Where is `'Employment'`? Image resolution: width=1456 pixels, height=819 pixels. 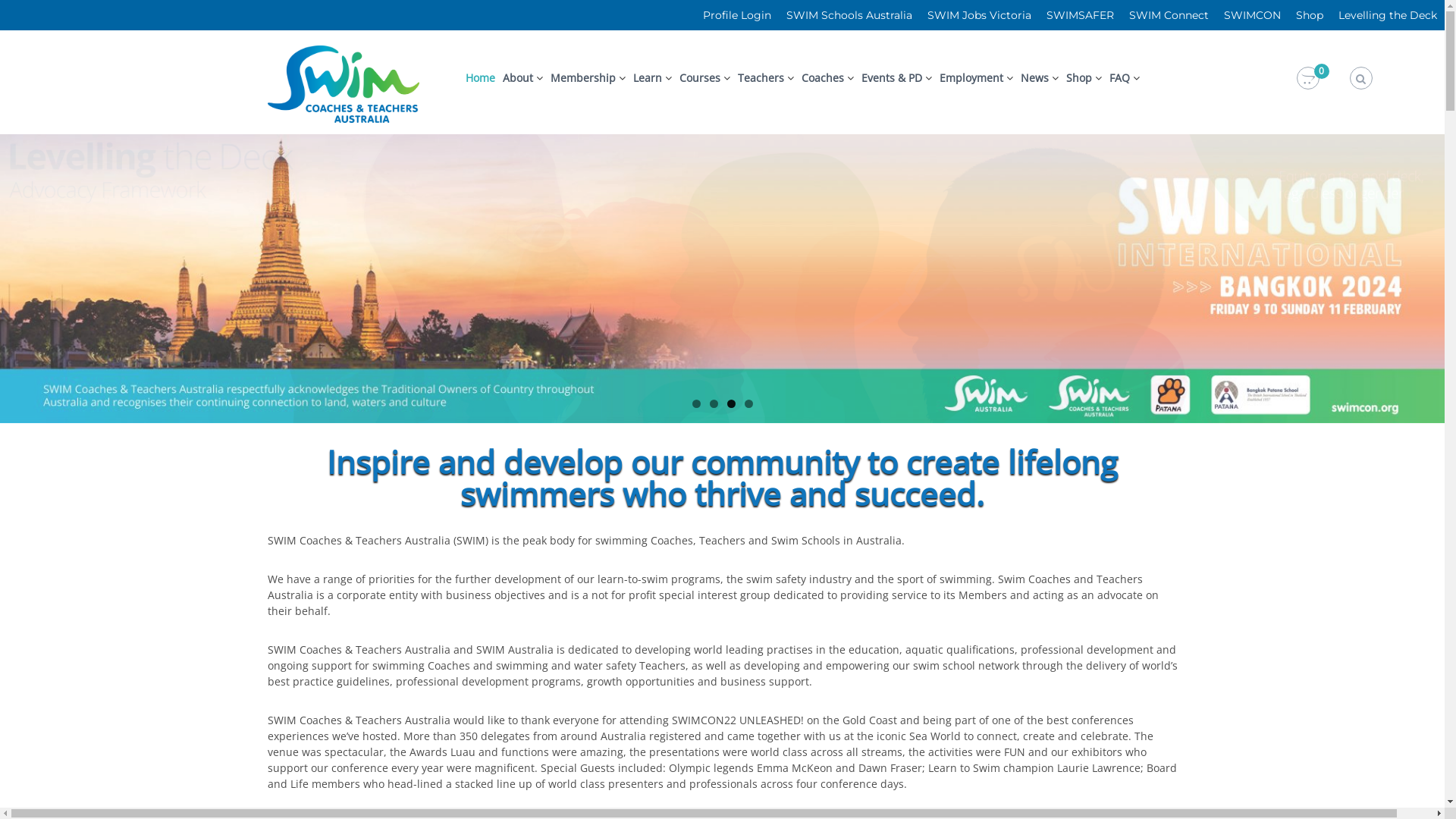 'Employment' is located at coordinates (938, 77).